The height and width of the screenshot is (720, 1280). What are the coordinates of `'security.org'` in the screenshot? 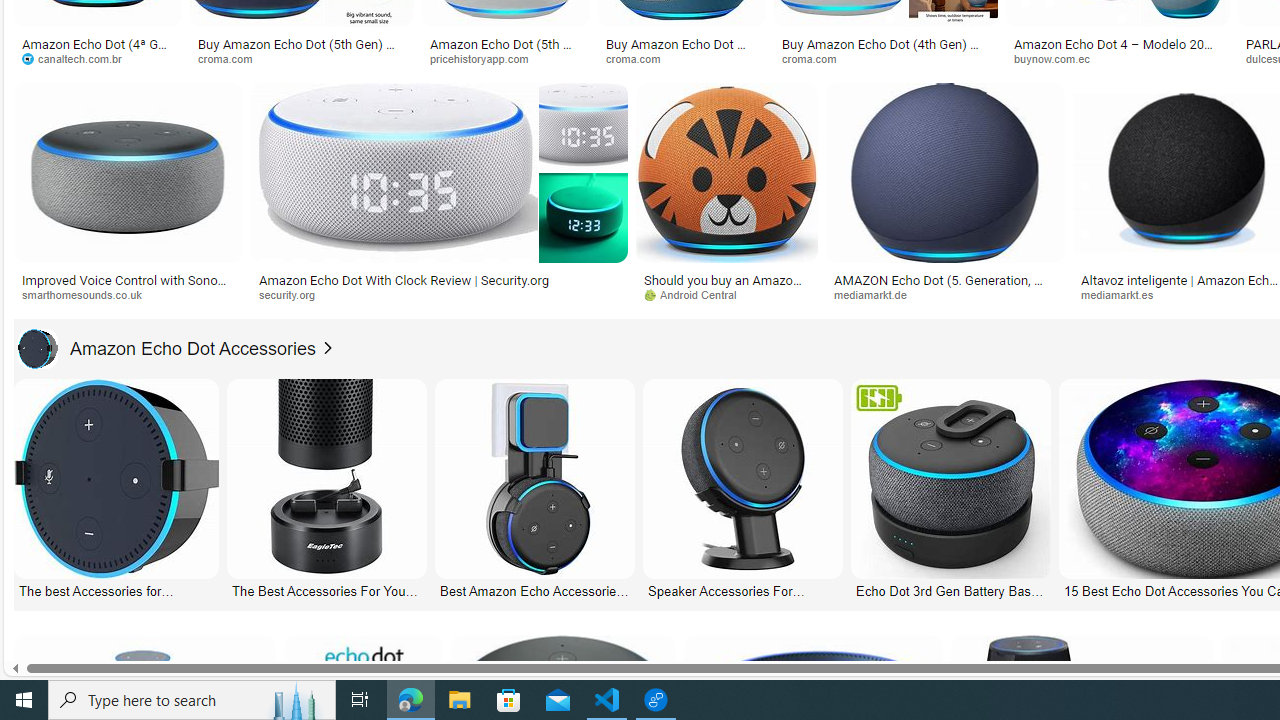 It's located at (293, 294).